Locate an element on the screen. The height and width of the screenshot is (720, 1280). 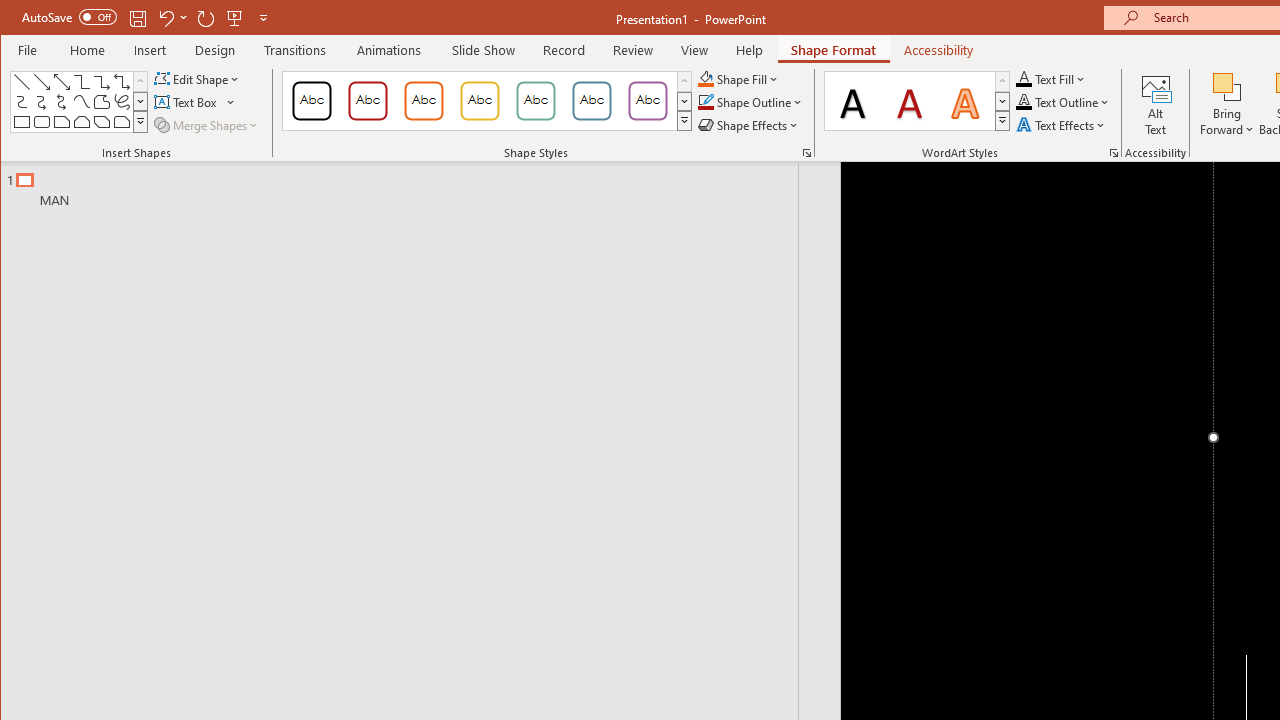
'Text Outline RGB(0, 0, 0)' is located at coordinates (1024, 102).